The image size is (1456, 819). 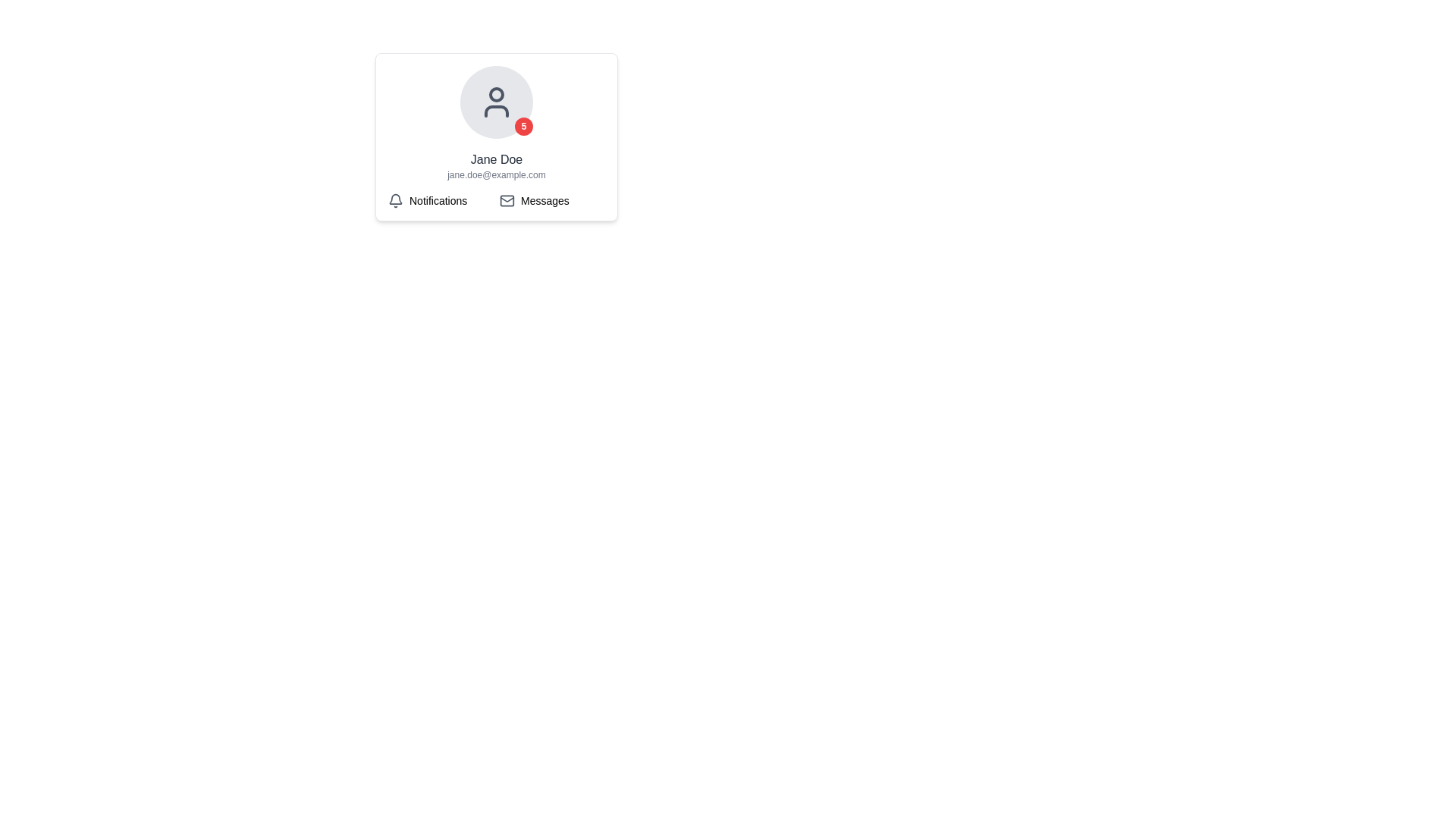 What do you see at coordinates (396, 200) in the screenshot?
I see `the notification icon, which is the first visual component in the 'Notifications' grouping located to the left of the text 'Notifications'` at bounding box center [396, 200].